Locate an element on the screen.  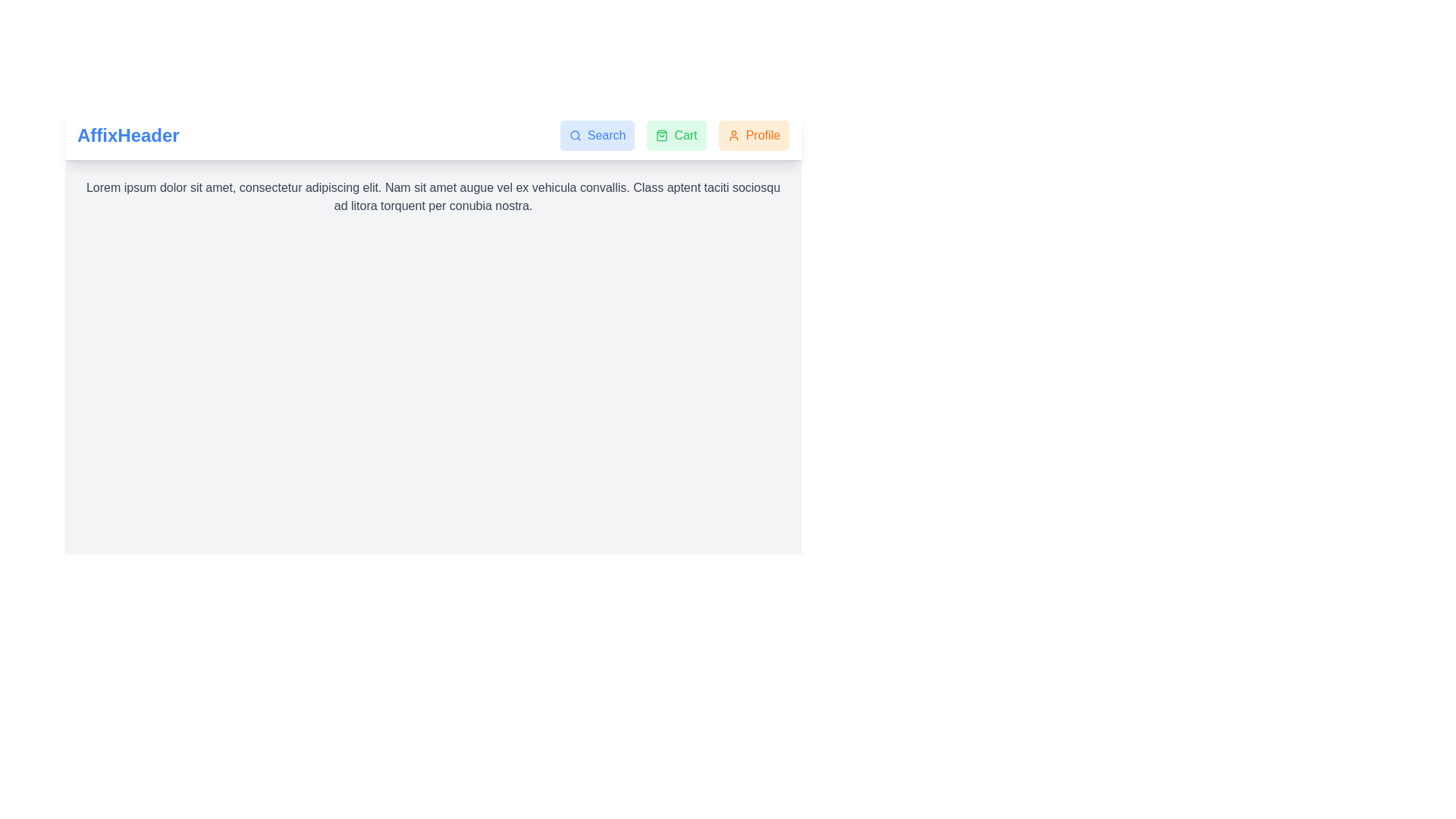
the Cart icon located in the top center-right of the interface, adjacent to the Search button is located at coordinates (662, 134).